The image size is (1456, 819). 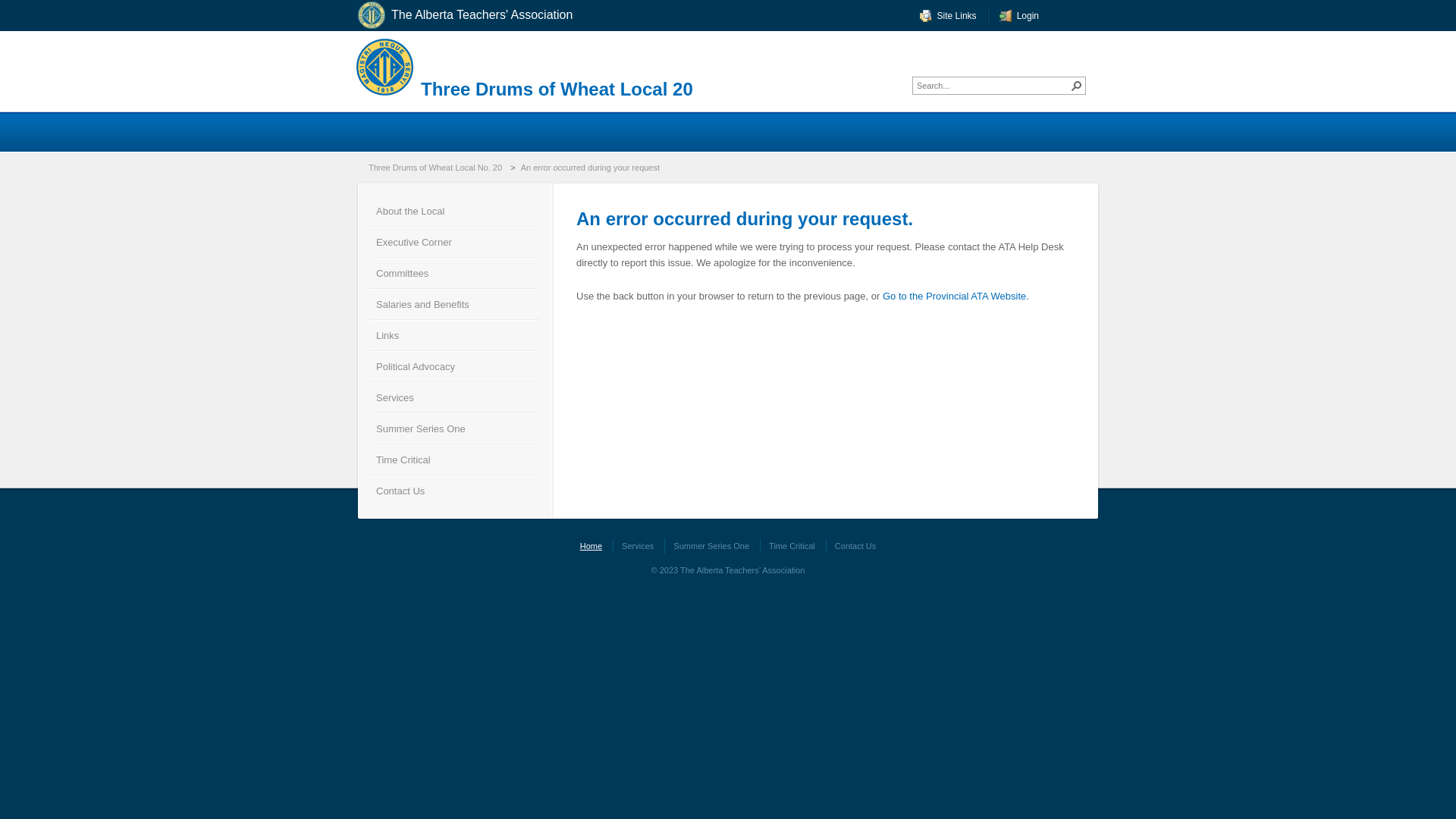 I want to click on 'Time Critical', so click(x=370, y=458).